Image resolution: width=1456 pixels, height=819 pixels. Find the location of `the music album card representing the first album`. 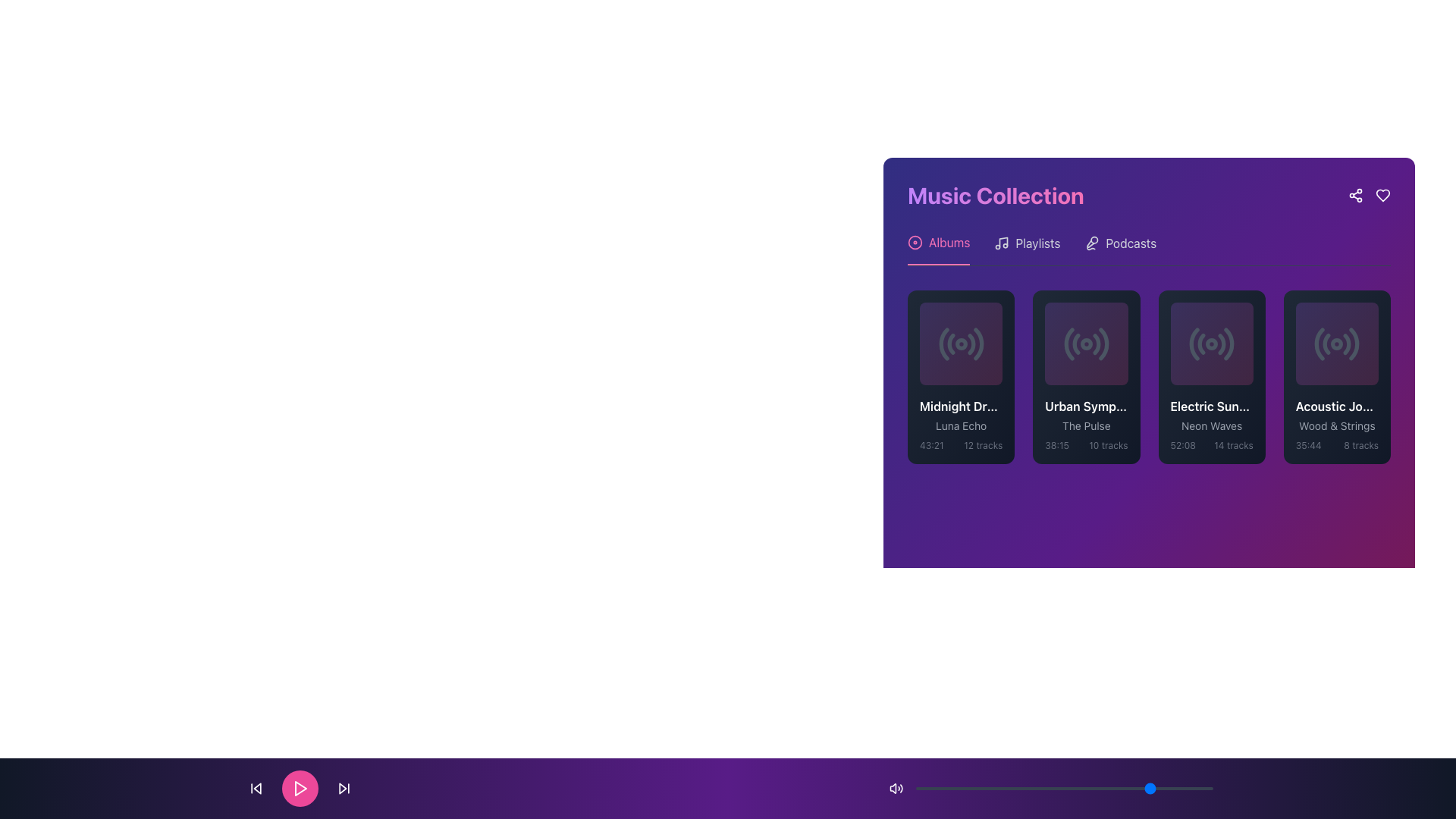

the music album card representing the first album is located at coordinates (960, 376).